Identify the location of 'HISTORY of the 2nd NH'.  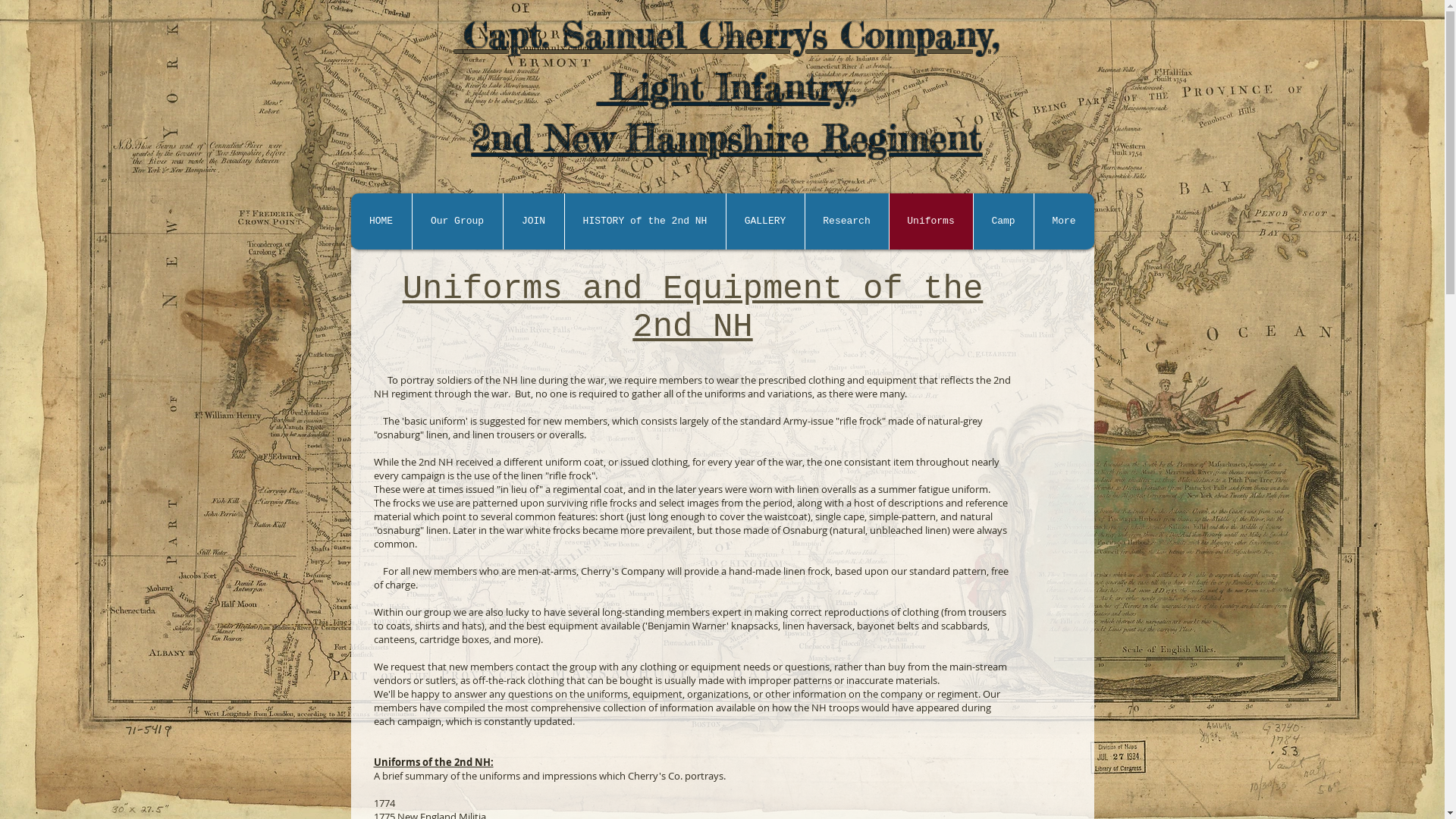
(645, 221).